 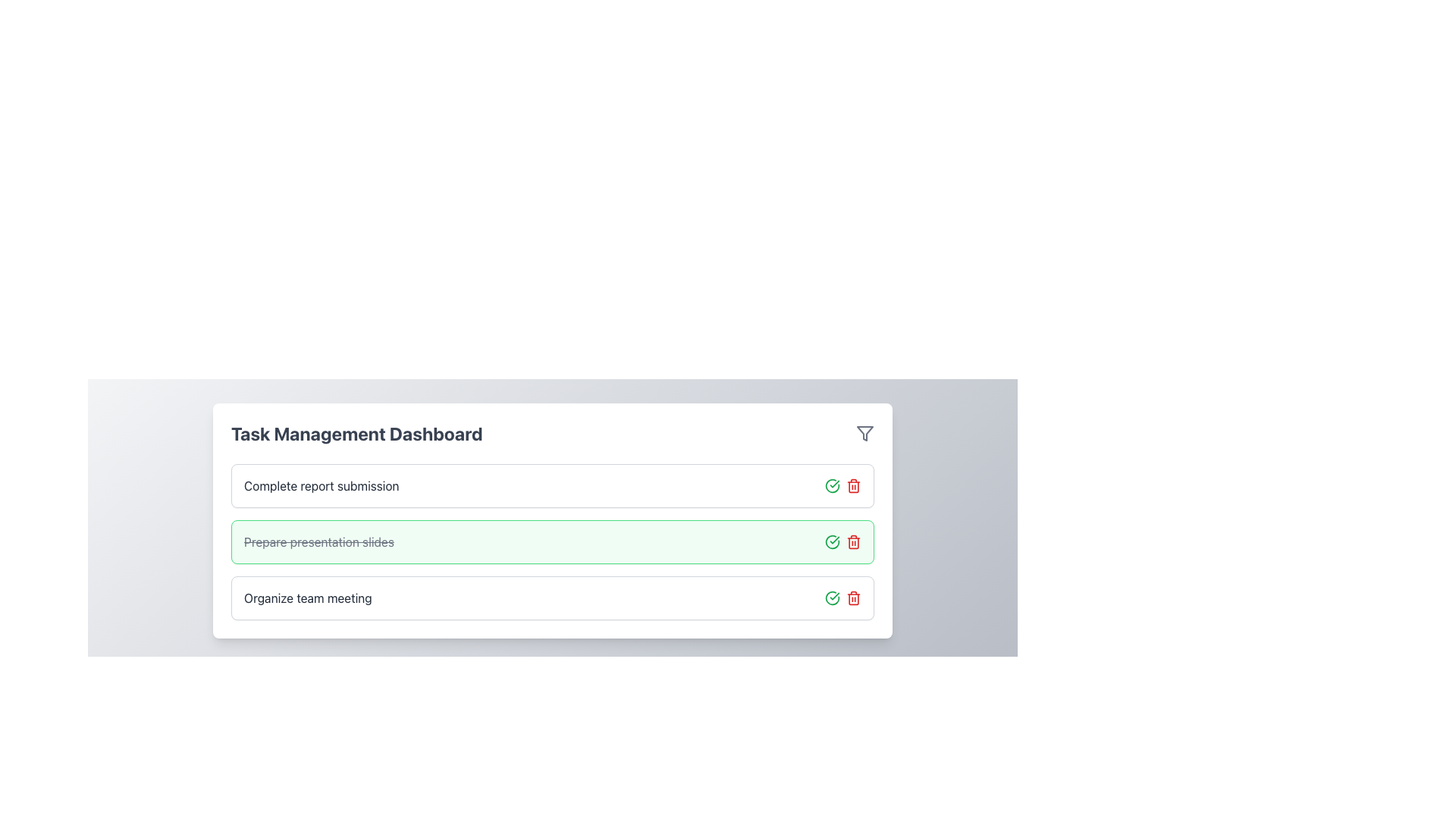 I want to click on the text label that presents the title or description of a task within the task list on the dashboard interface, so click(x=321, y=485).